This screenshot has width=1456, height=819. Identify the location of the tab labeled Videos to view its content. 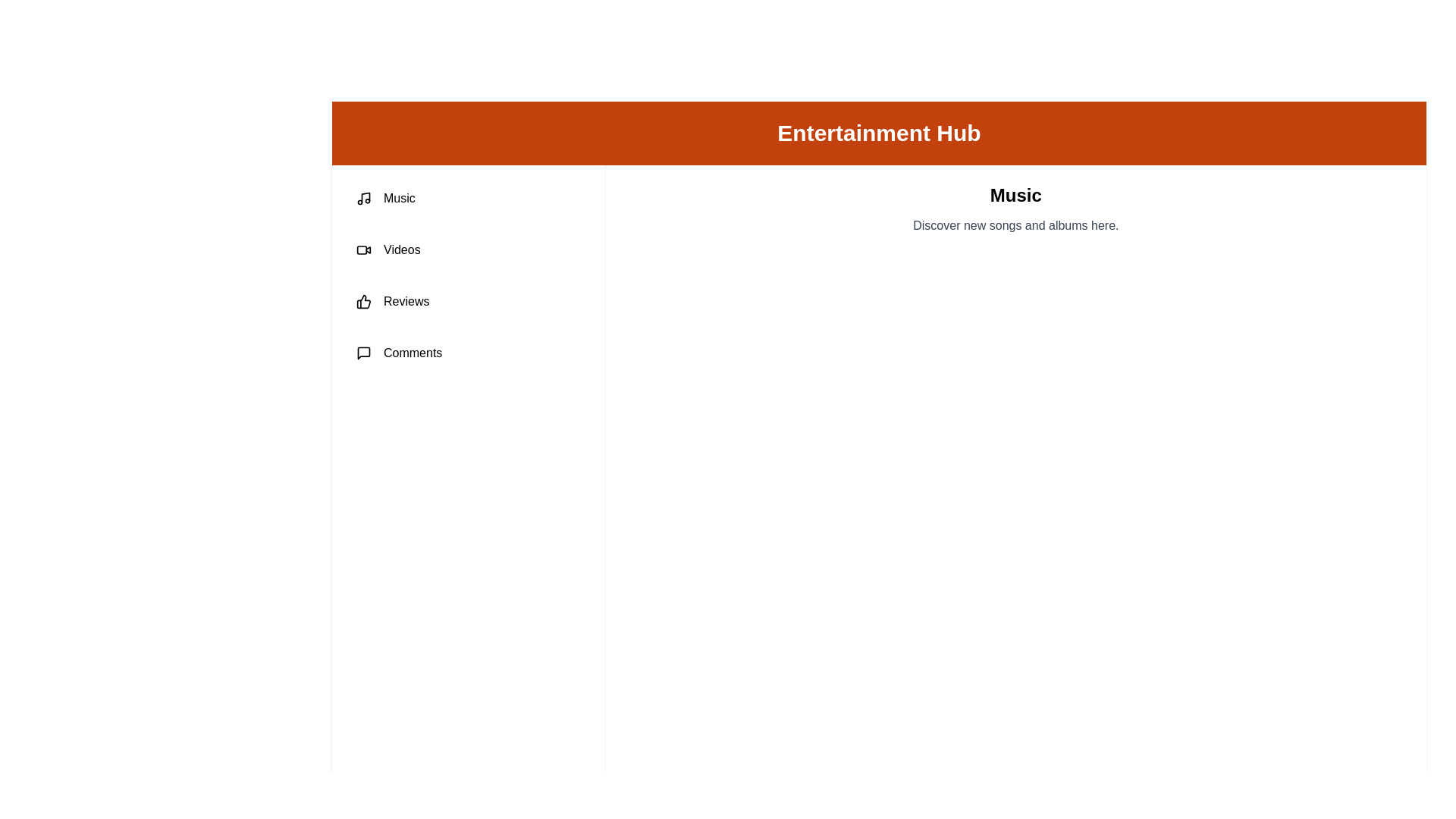
(468, 249).